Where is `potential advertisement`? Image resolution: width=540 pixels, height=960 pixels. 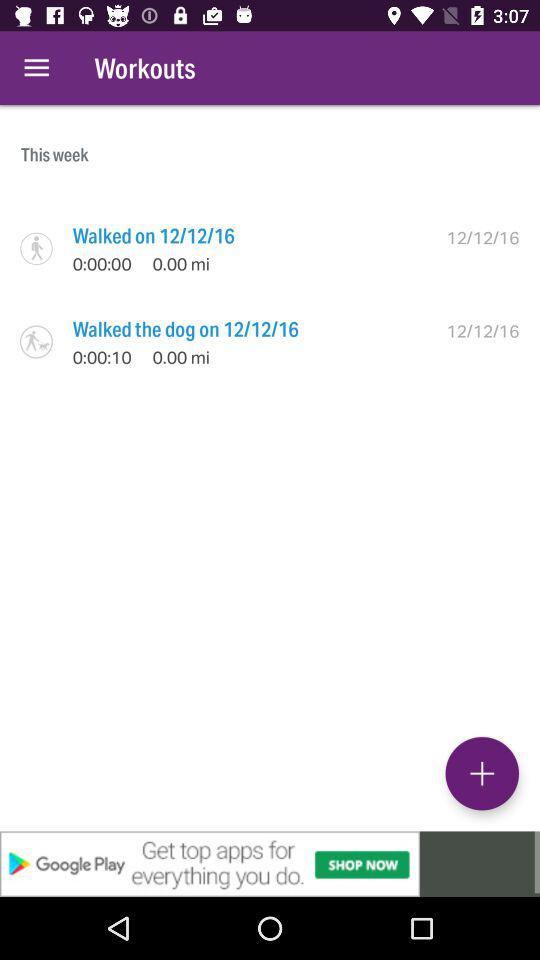 potential advertisement is located at coordinates (270, 863).